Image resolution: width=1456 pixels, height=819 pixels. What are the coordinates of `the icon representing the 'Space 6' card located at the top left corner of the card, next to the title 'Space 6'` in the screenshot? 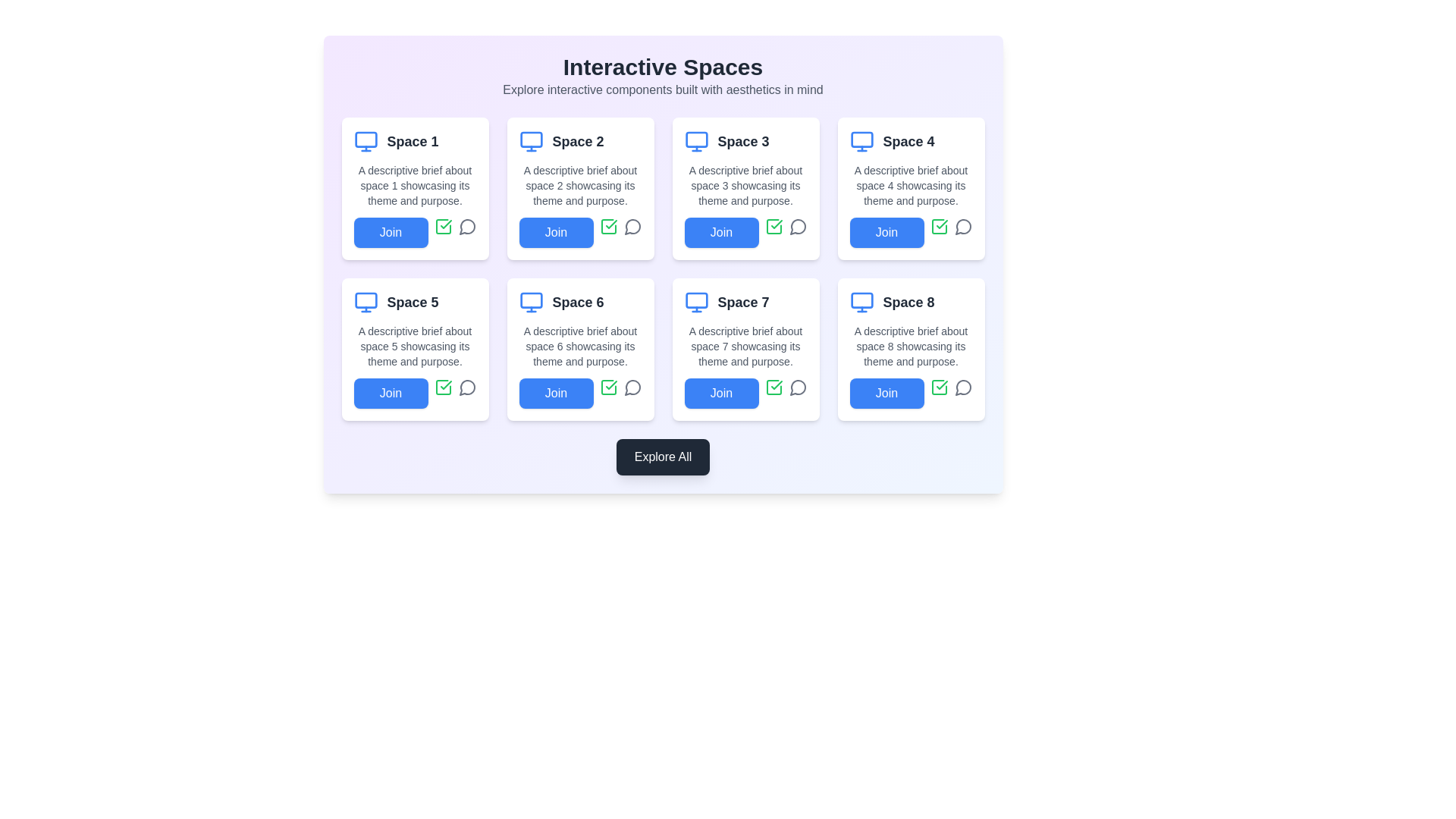 It's located at (531, 302).